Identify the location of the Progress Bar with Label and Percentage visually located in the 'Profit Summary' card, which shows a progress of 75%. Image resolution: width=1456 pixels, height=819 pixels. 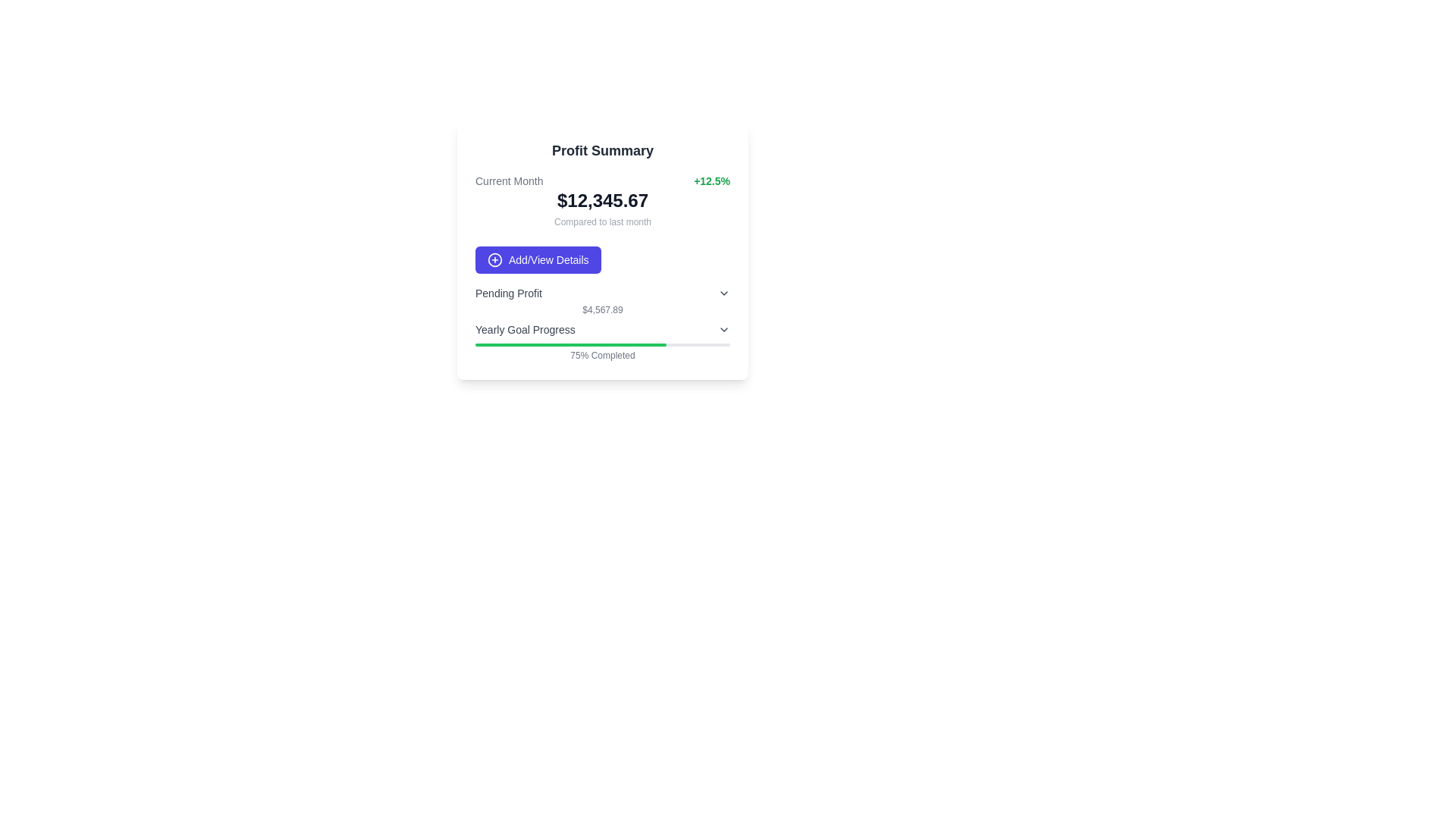
(602, 342).